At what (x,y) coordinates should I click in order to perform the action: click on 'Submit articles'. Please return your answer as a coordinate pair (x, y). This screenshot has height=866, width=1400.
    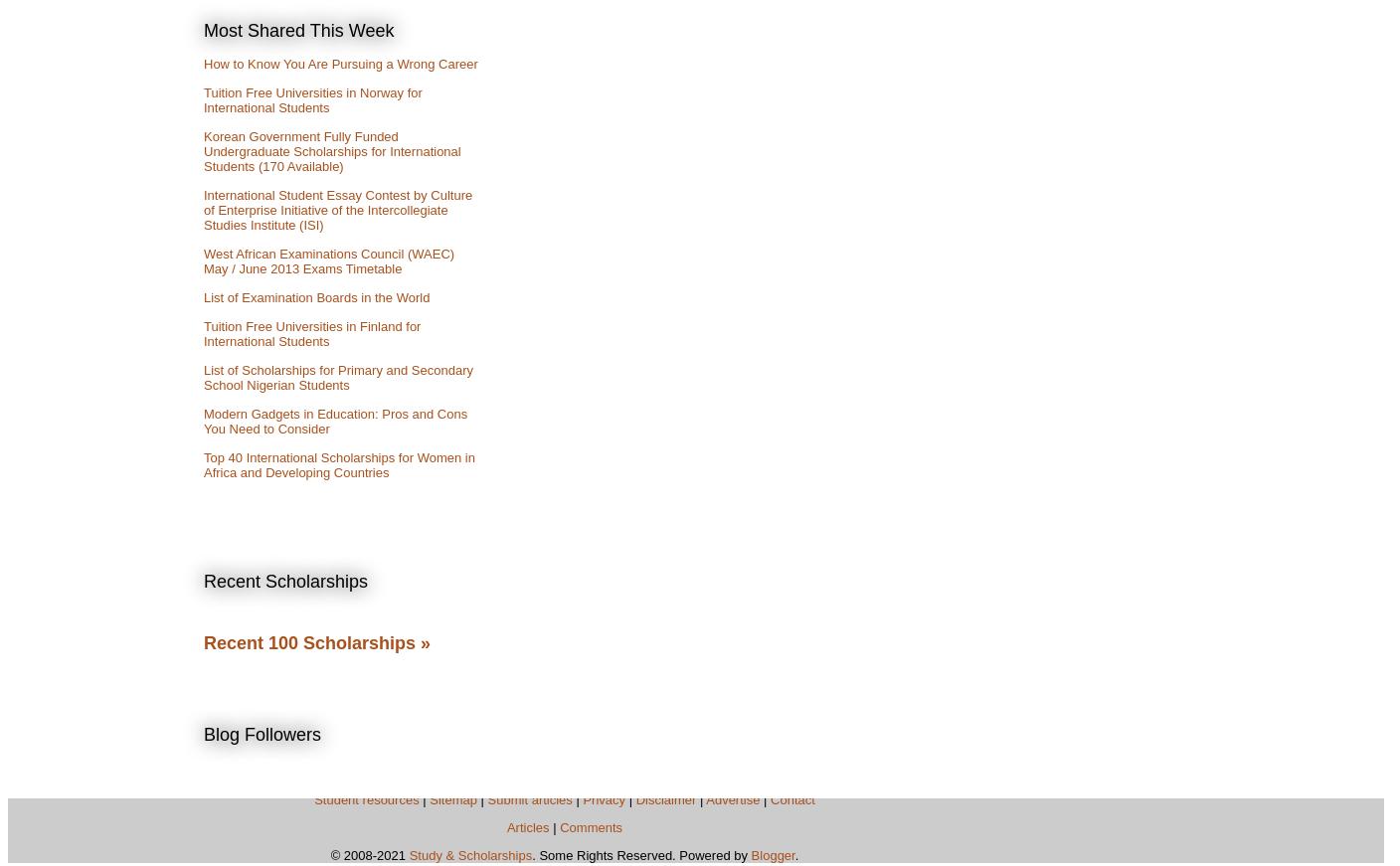
    Looking at the image, I should click on (528, 799).